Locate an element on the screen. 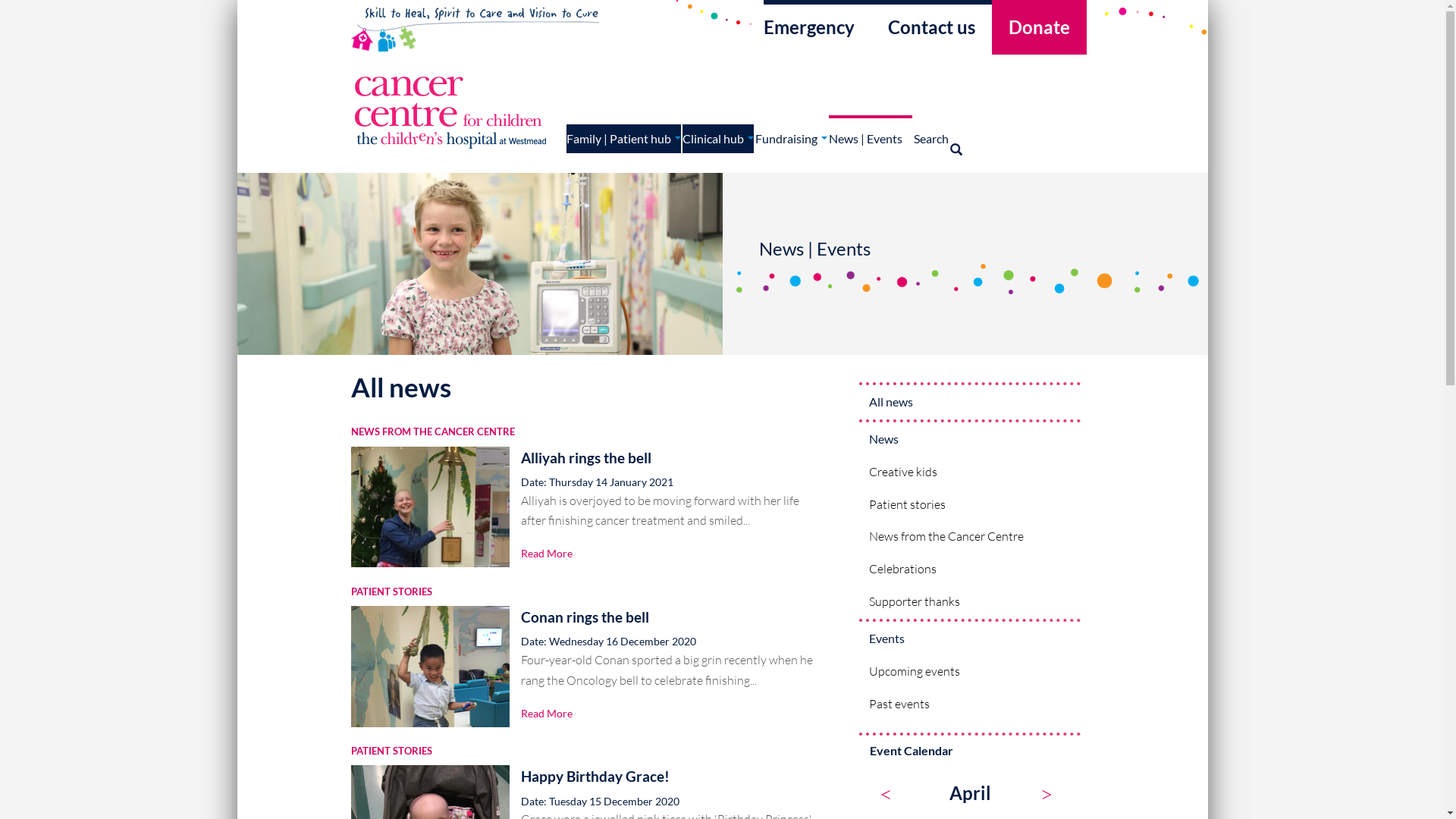 Image resolution: width=1456 pixels, height=819 pixels. 'Read More' is located at coordinates (546, 713).